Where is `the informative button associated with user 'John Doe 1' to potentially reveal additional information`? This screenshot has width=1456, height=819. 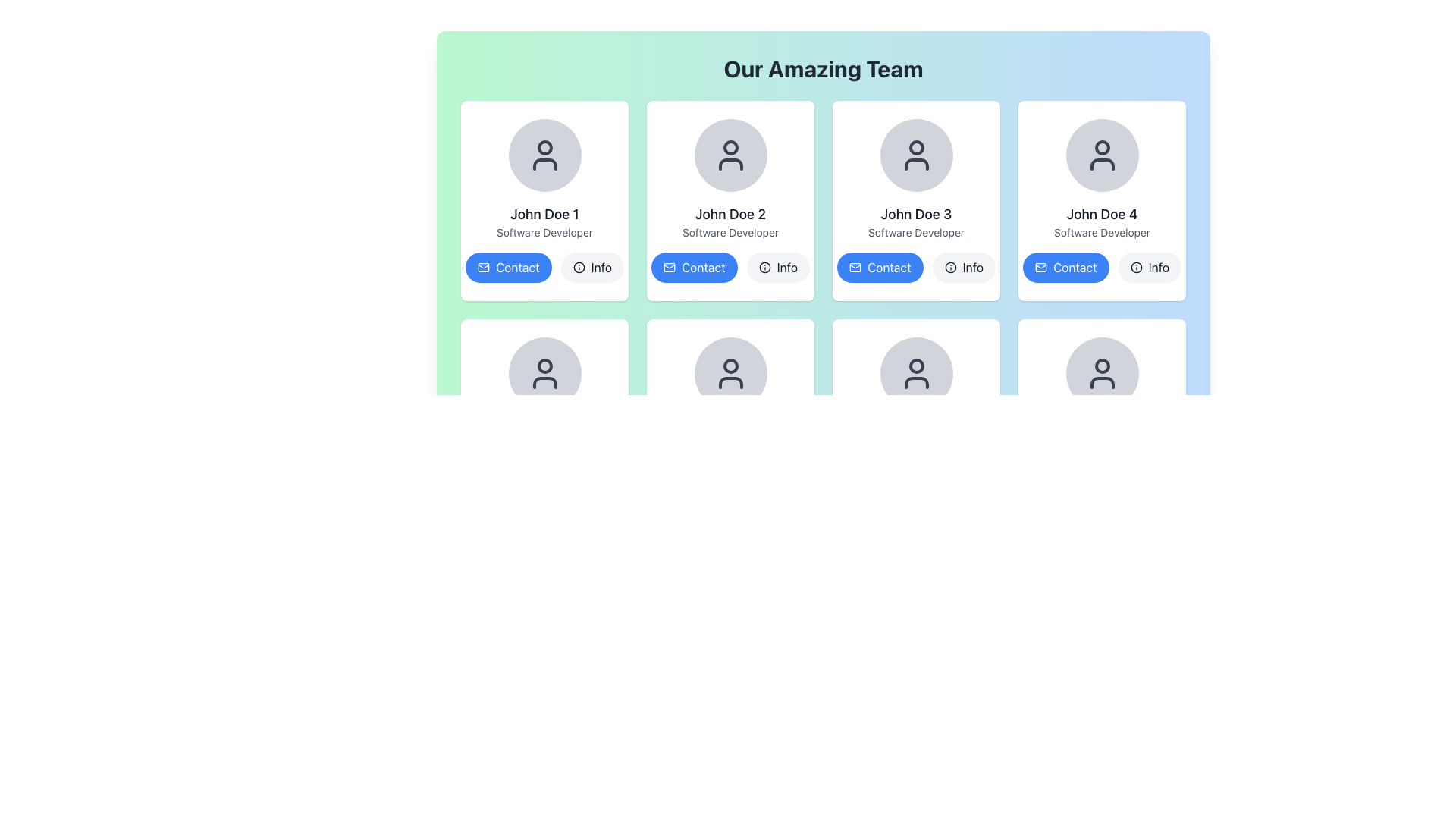 the informative button associated with user 'John Doe 1' to potentially reveal additional information is located at coordinates (591, 267).